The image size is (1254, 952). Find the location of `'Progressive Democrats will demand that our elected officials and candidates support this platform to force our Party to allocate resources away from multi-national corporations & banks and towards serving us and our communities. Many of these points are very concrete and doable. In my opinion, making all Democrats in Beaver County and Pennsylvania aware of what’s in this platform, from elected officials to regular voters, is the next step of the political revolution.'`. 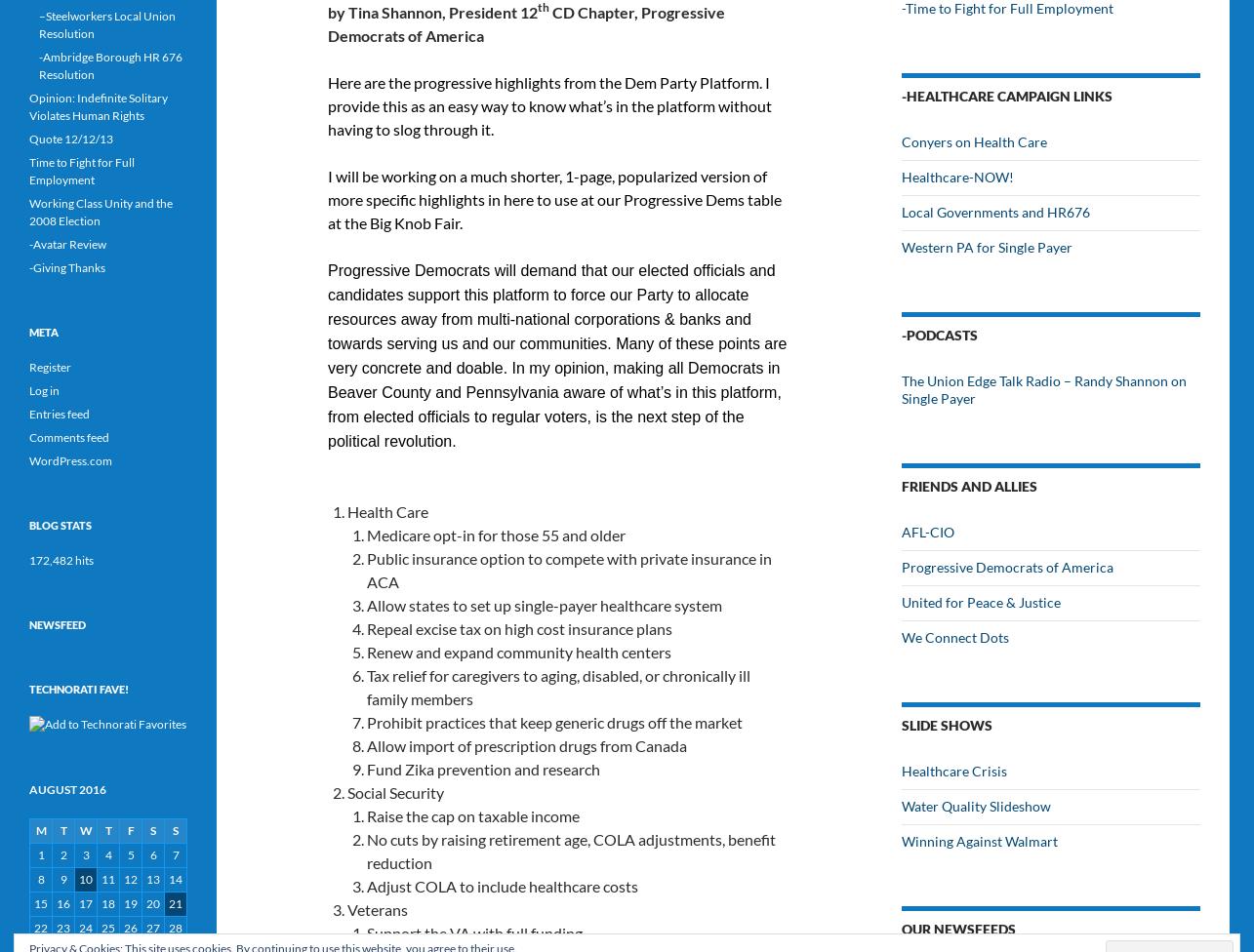

'Progressive Democrats will demand that our elected officials and candidates support this platform to force our Party to allocate resources away from multi-national corporations & banks and towards serving us and our communities. Many of these points are very concrete and doable. In my opinion, making all Democrats in Beaver County and Pennsylvania aware of what’s in this platform, from elected officials to regular voters, is the next step of the political revolution.' is located at coordinates (557, 355).